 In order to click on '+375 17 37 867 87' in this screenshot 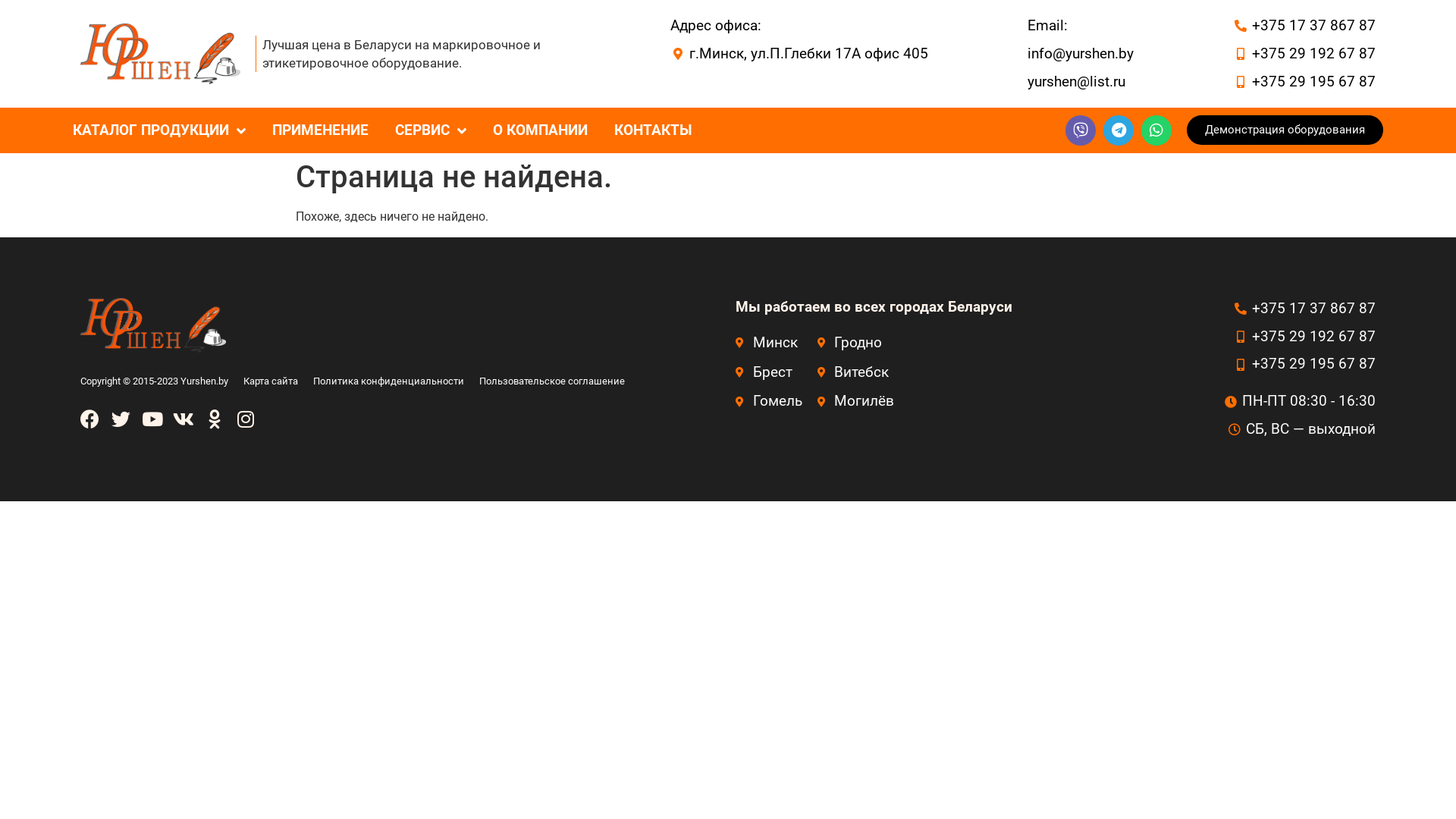, I will do `click(1303, 308)`.